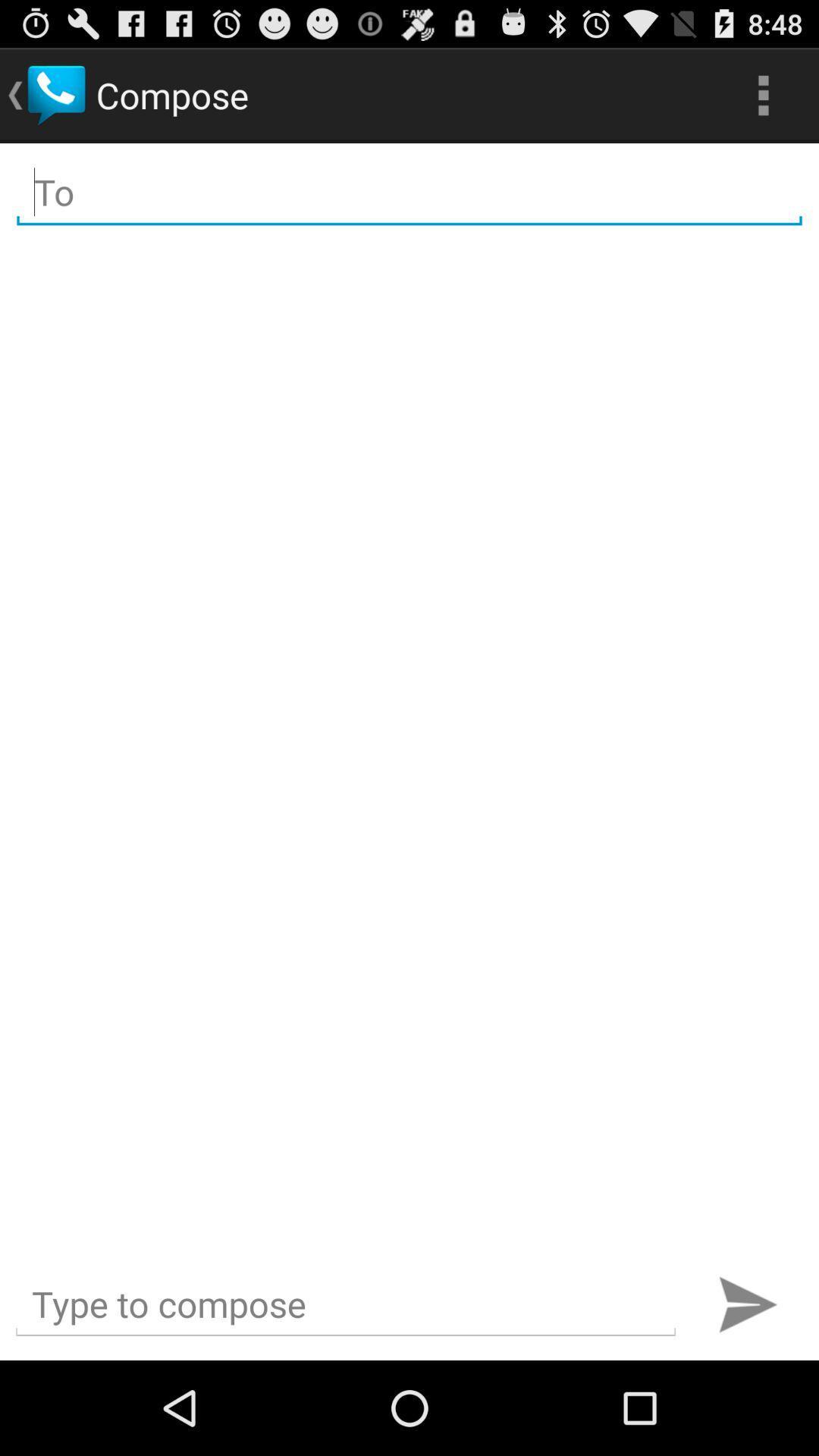 The width and height of the screenshot is (819, 1456). Describe the element at coordinates (345, 1304) in the screenshot. I see `text box` at that location.